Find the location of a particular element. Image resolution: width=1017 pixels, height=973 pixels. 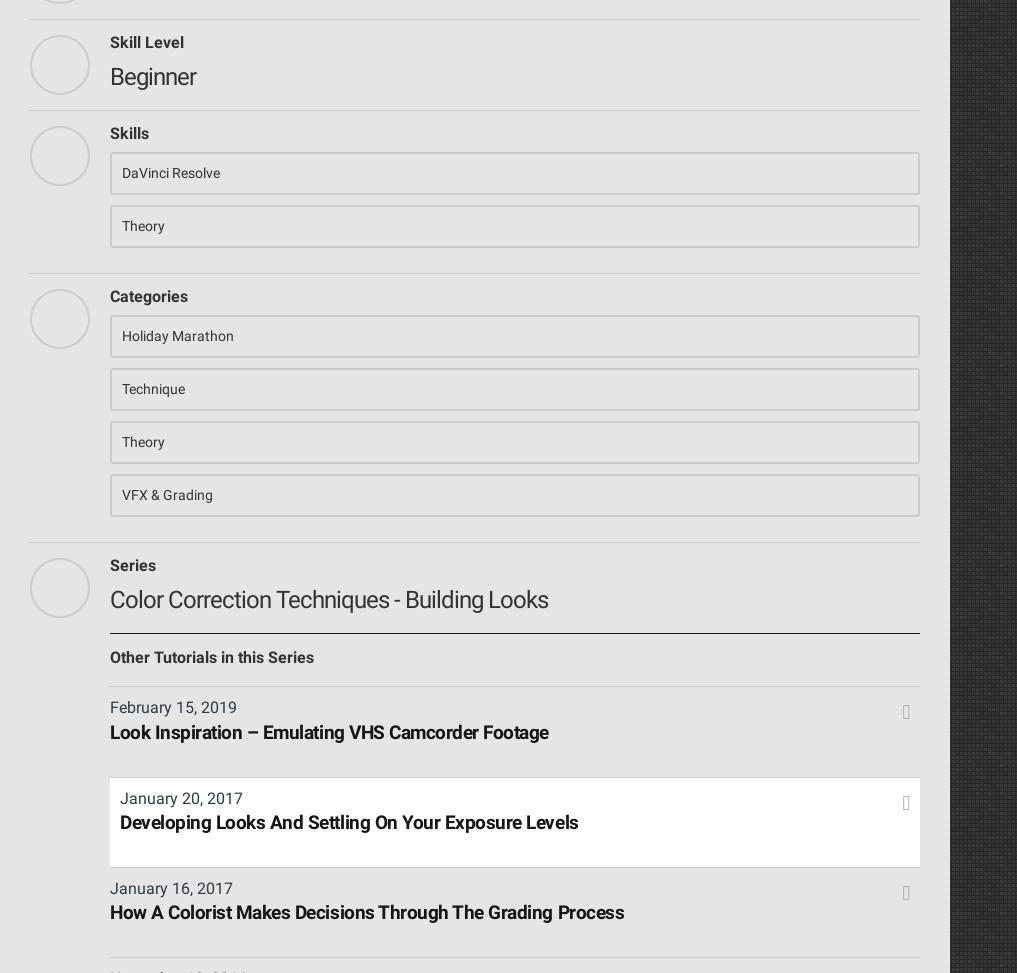

'Categories' is located at coordinates (147, 295).